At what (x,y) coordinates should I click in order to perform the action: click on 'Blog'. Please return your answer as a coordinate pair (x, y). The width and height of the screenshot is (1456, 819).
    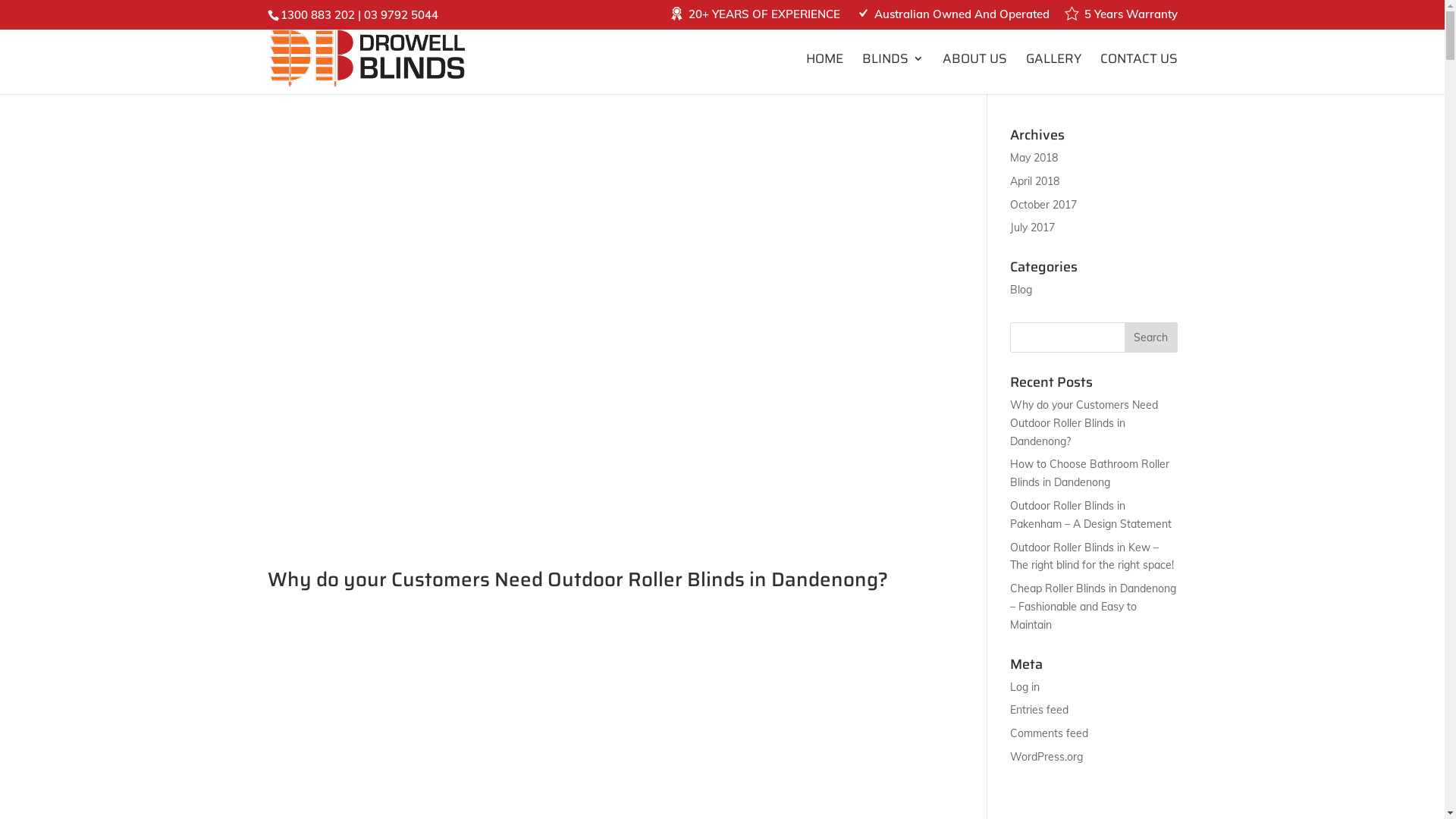
    Looking at the image, I should click on (1021, 289).